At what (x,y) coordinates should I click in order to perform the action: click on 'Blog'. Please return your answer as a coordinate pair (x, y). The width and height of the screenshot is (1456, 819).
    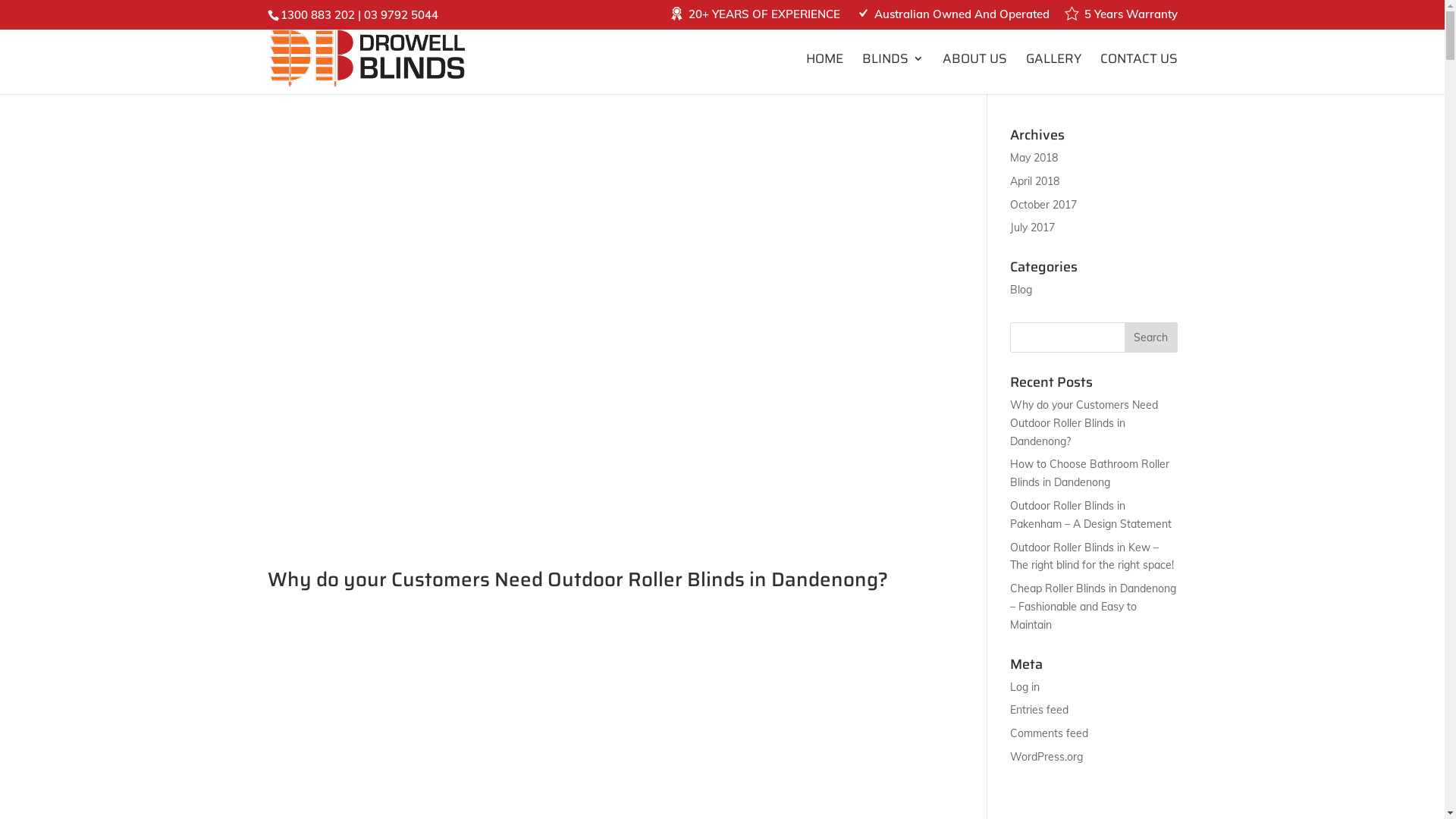
    Looking at the image, I should click on (1021, 289).